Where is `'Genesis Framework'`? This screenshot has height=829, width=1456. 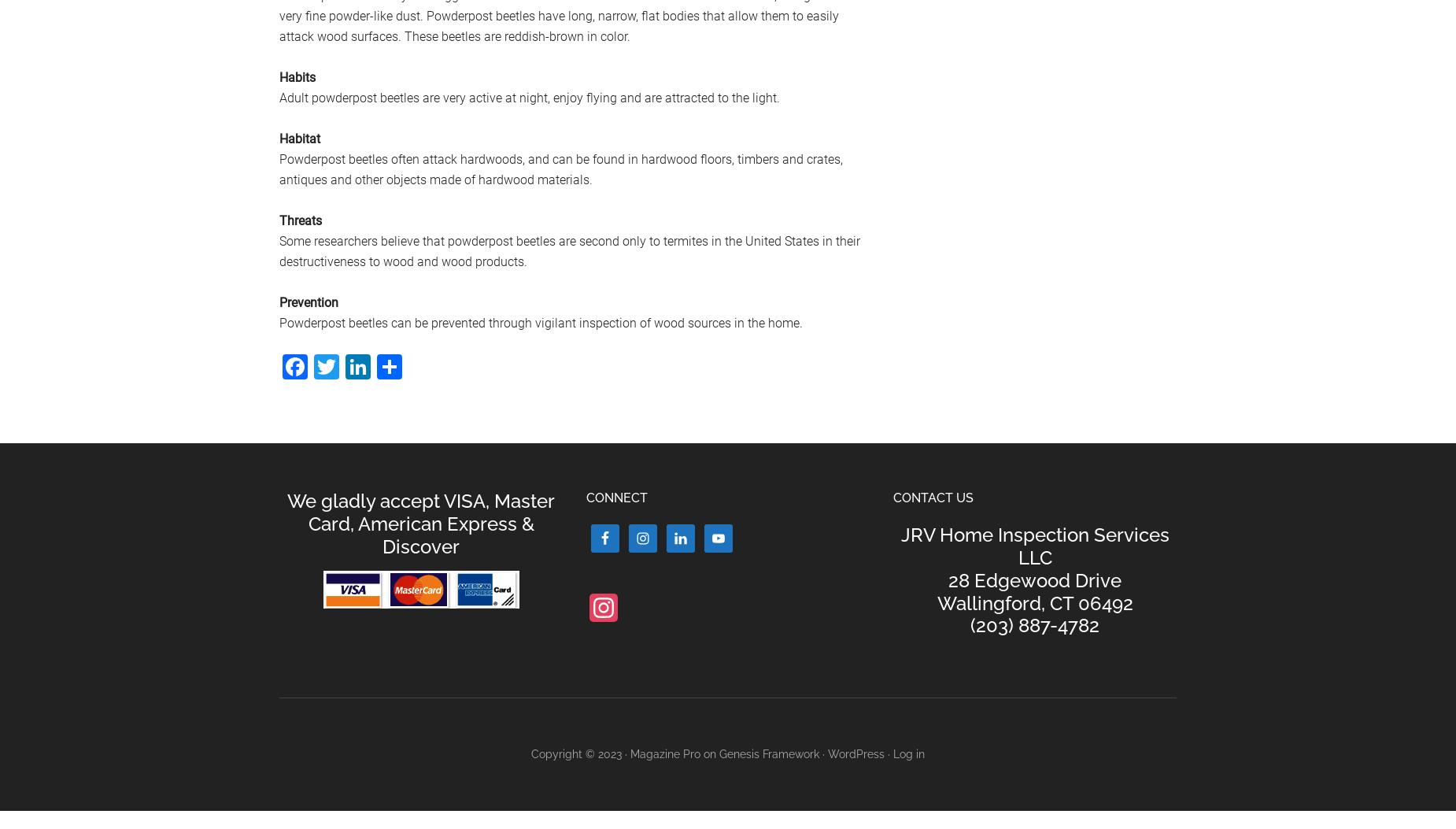 'Genesis Framework' is located at coordinates (768, 754).